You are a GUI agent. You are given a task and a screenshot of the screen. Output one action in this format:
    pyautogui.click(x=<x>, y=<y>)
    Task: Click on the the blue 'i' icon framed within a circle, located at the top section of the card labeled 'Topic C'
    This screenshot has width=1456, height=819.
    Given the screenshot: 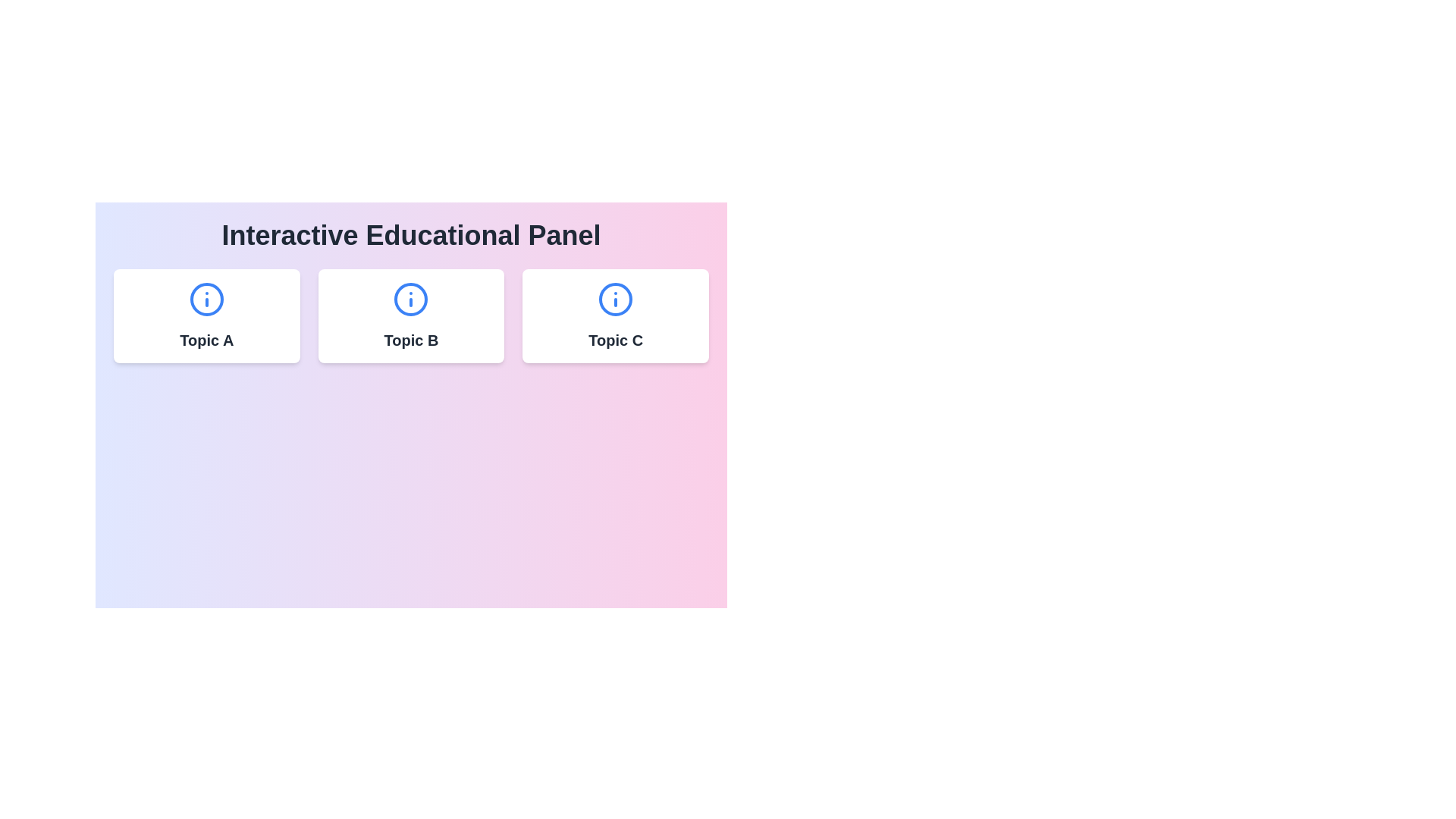 What is the action you would take?
    pyautogui.click(x=616, y=299)
    